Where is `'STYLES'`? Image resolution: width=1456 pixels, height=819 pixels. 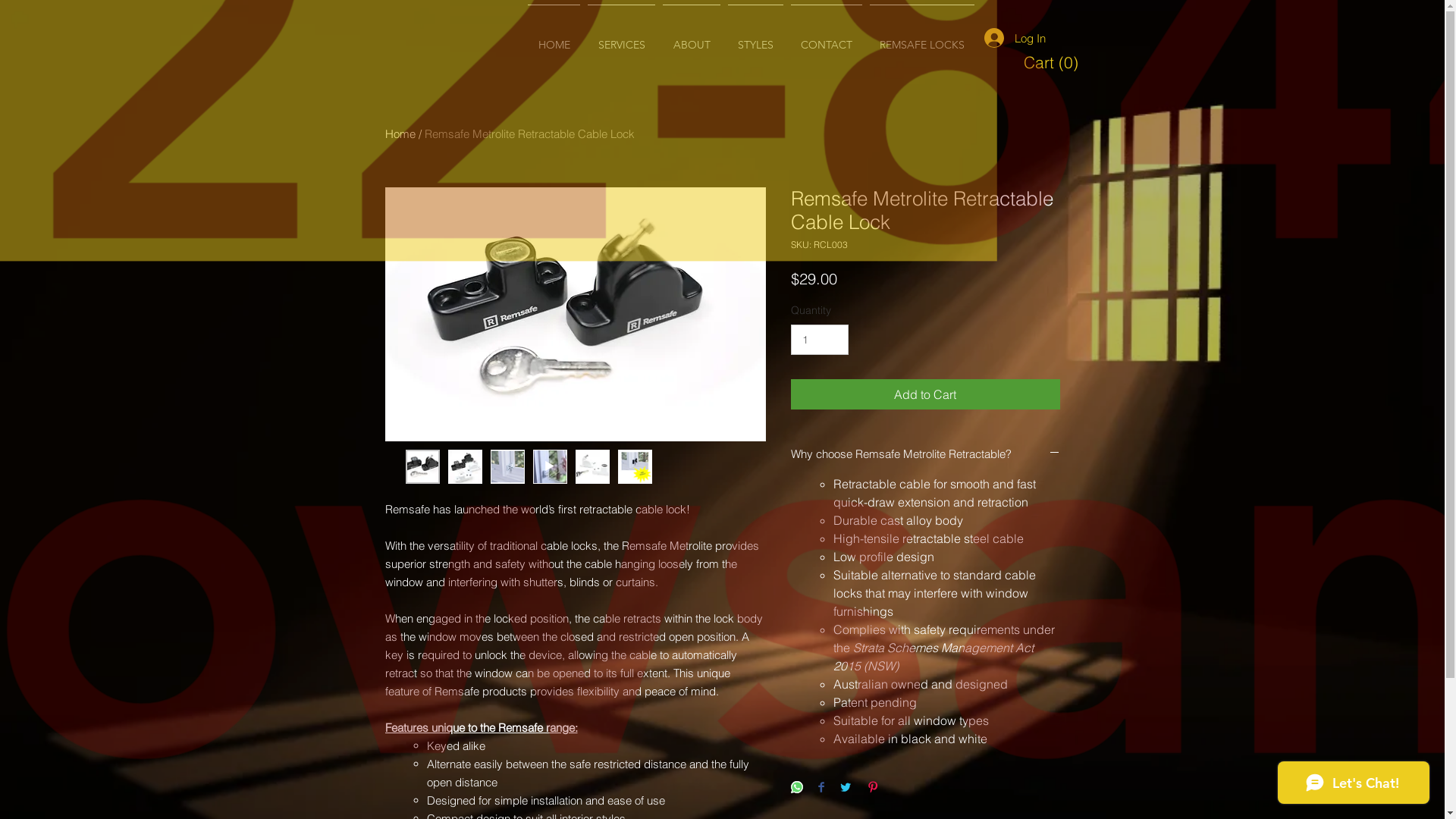
'STYLES' is located at coordinates (755, 37).